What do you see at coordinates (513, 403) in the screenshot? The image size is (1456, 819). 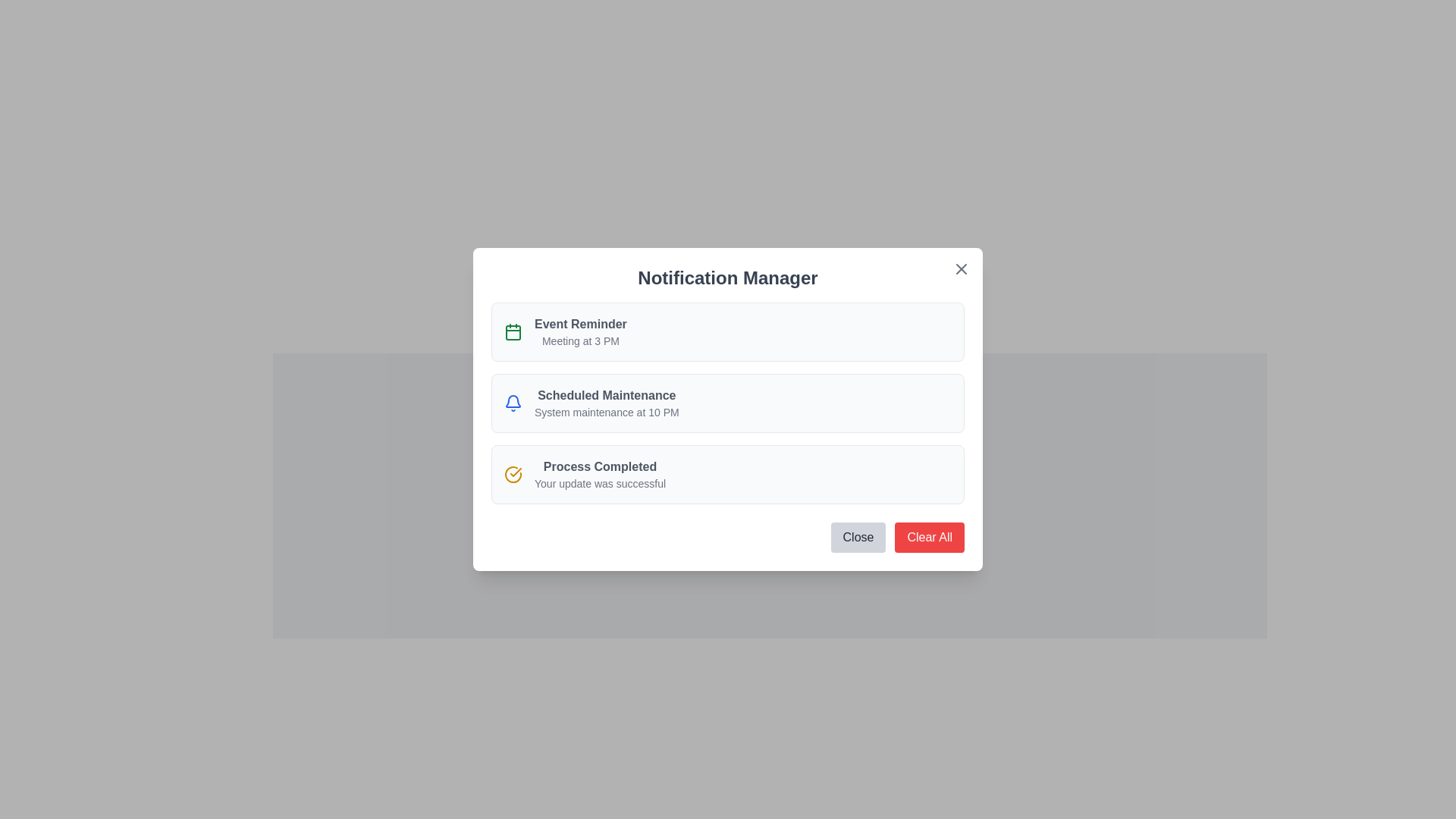 I see `the blue notification bell icon located to the left of the 'Scheduled Maintenance' text in the 'Notification Manager' modal` at bounding box center [513, 403].